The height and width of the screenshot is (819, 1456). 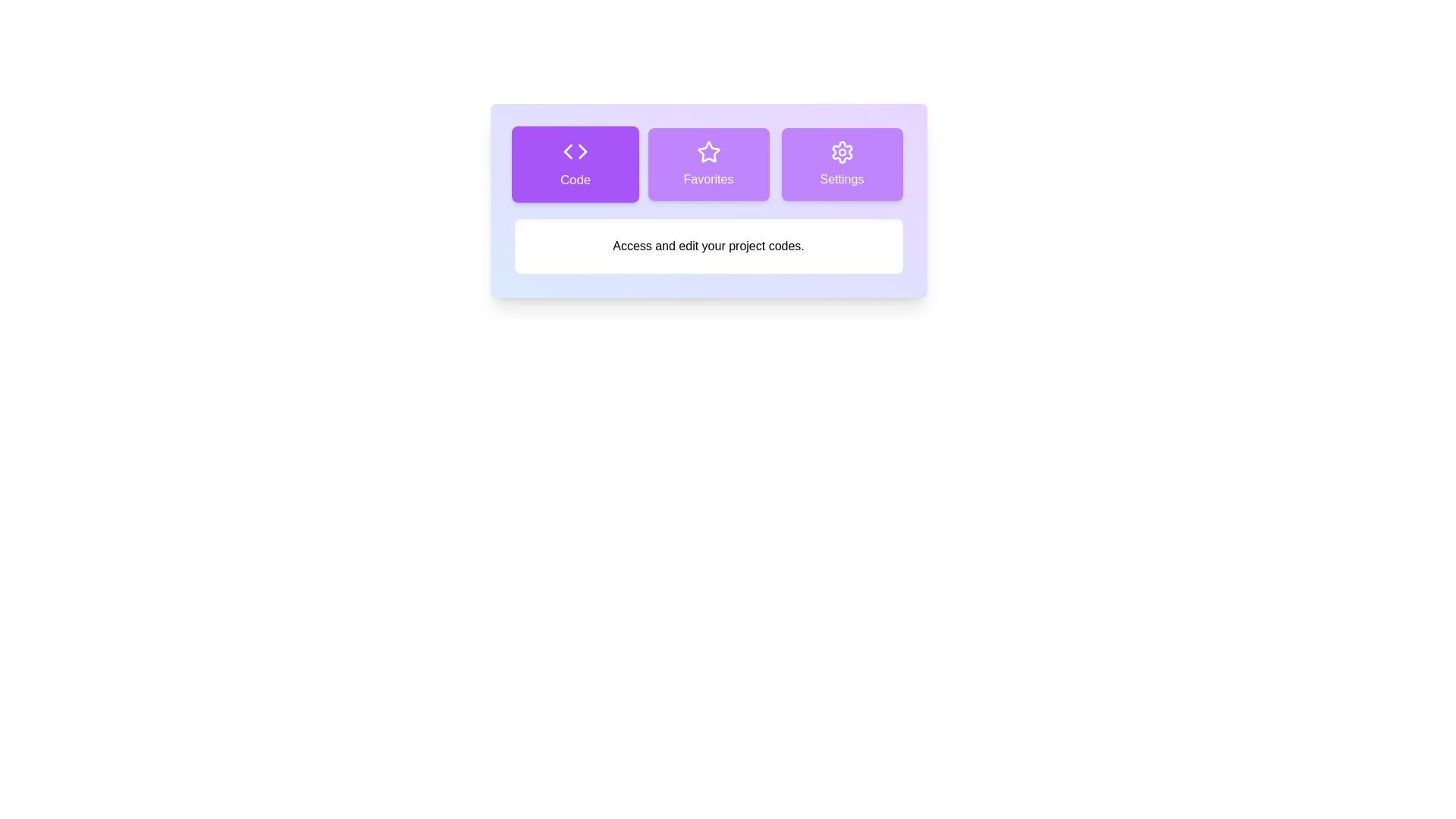 I want to click on the text label that reads 'Access and edit your project codes.' which is located centrally below the interactive purple buttons labeled 'Code,' 'Favorites,' and 'Settings.', so click(x=708, y=245).